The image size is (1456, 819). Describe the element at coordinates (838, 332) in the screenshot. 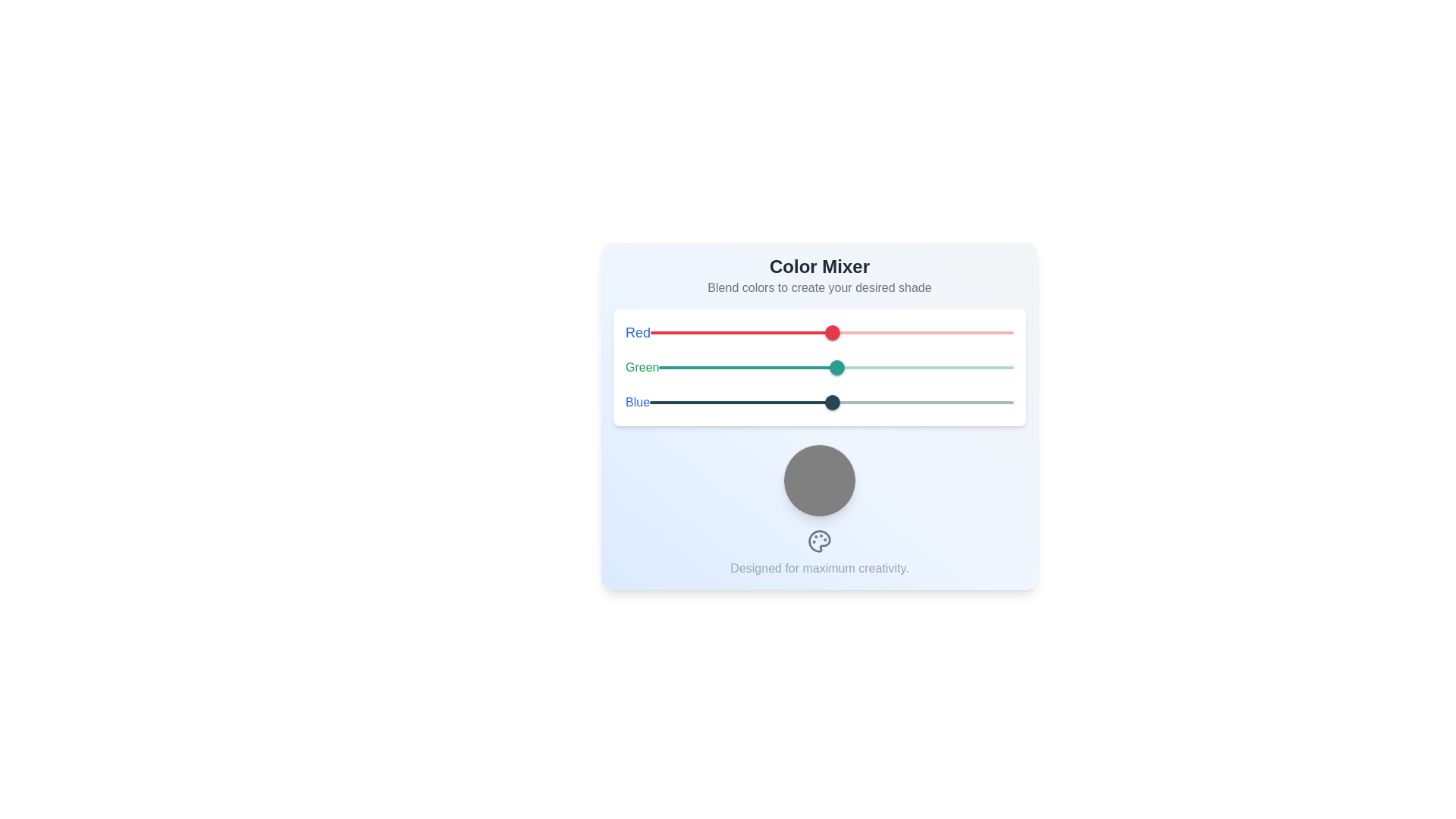

I see `the red component of the color` at that location.